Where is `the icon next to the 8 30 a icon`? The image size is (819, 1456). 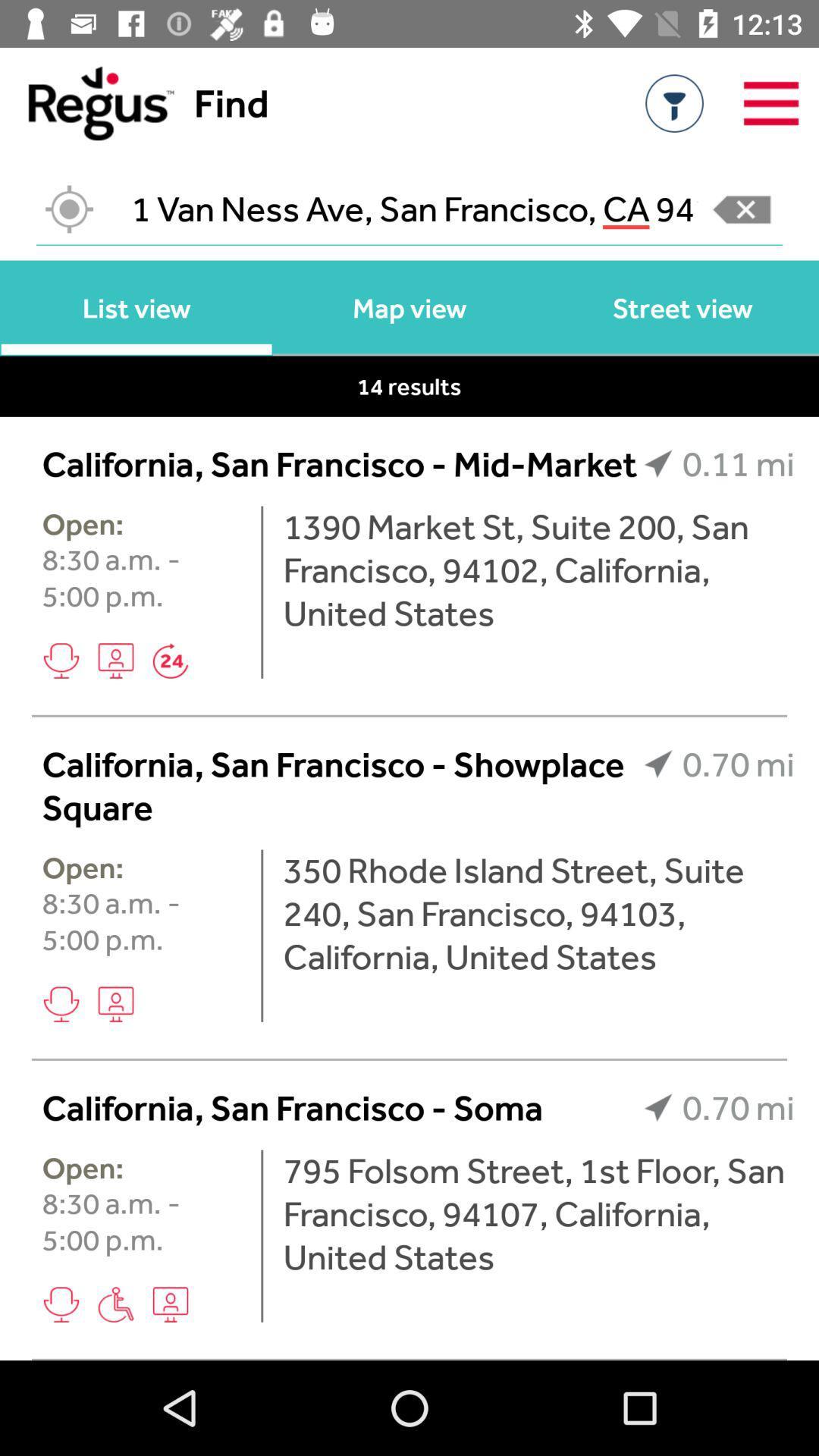
the icon next to the 8 30 a icon is located at coordinates (261, 591).